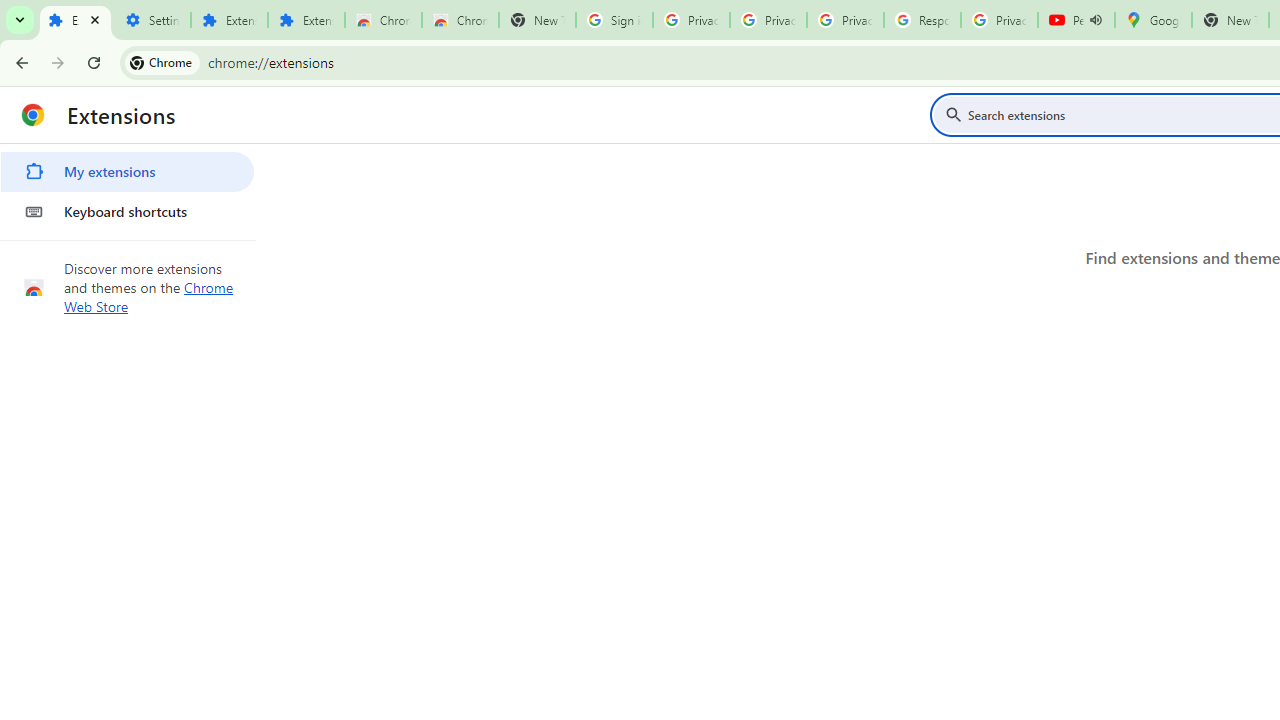  I want to click on 'Mute tab', so click(1094, 20).